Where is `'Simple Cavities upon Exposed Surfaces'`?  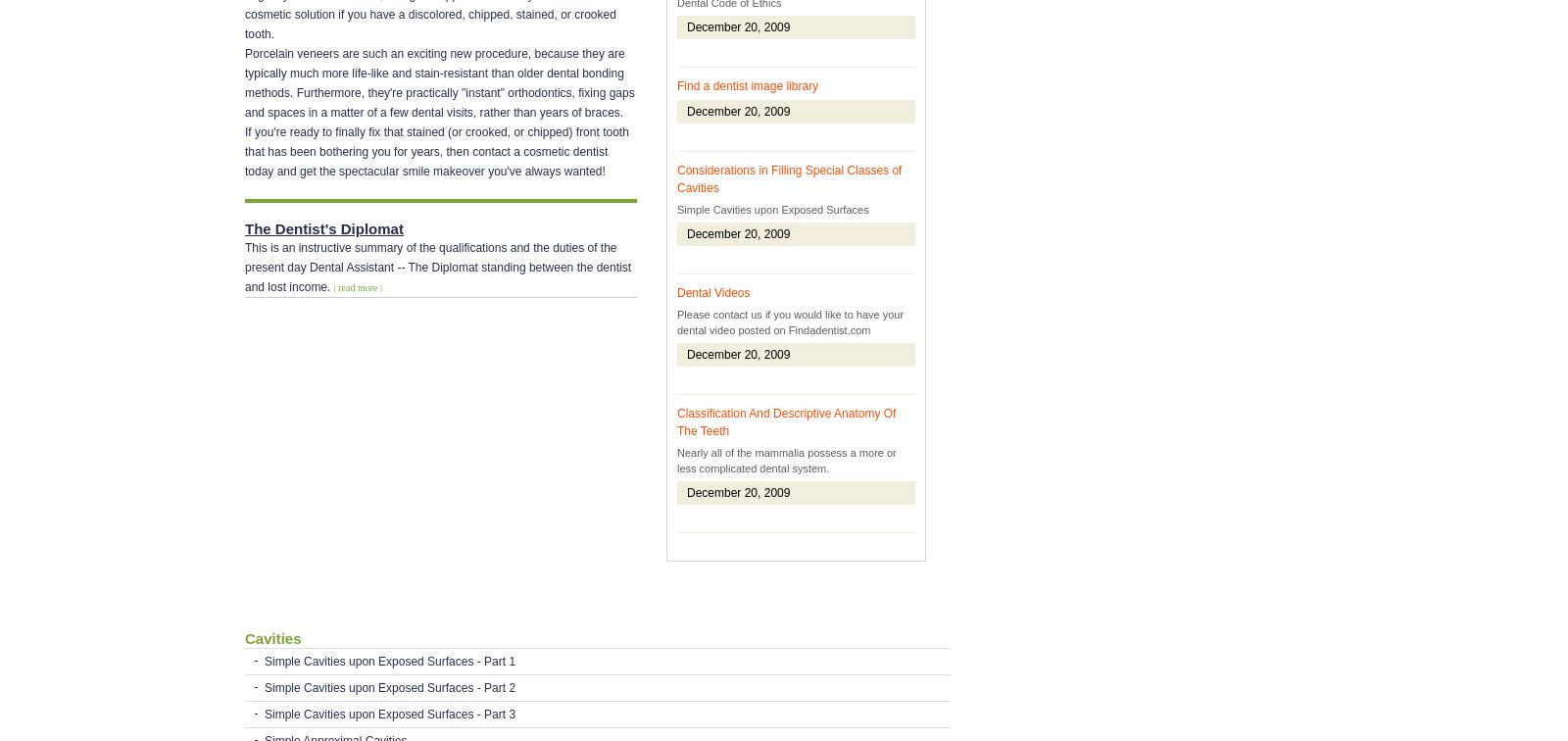
'Simple Cavities upon Exposed Surfaces' is located at coordinates (677, 210).